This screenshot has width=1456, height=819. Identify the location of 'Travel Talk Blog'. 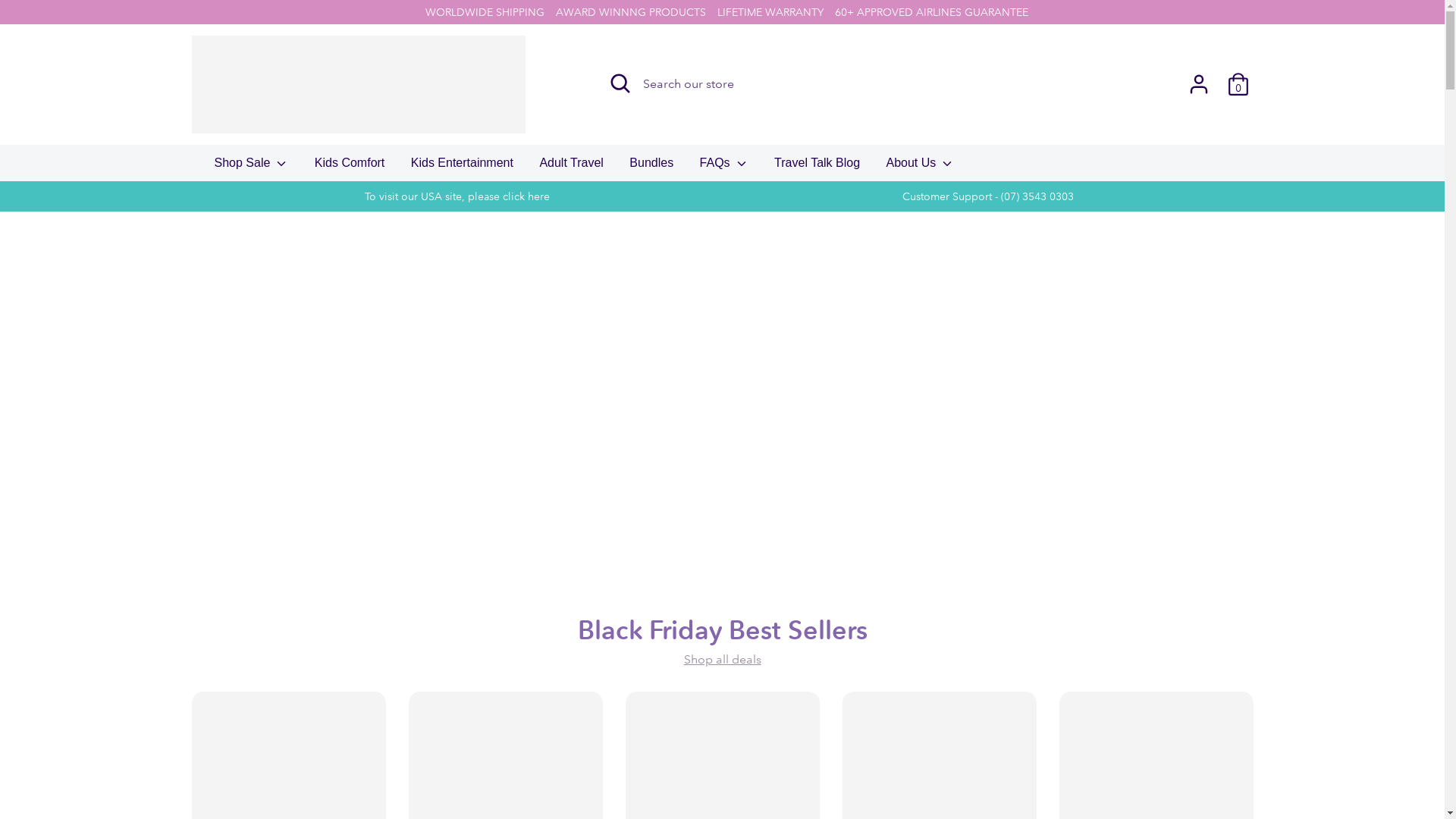
(816, 167).